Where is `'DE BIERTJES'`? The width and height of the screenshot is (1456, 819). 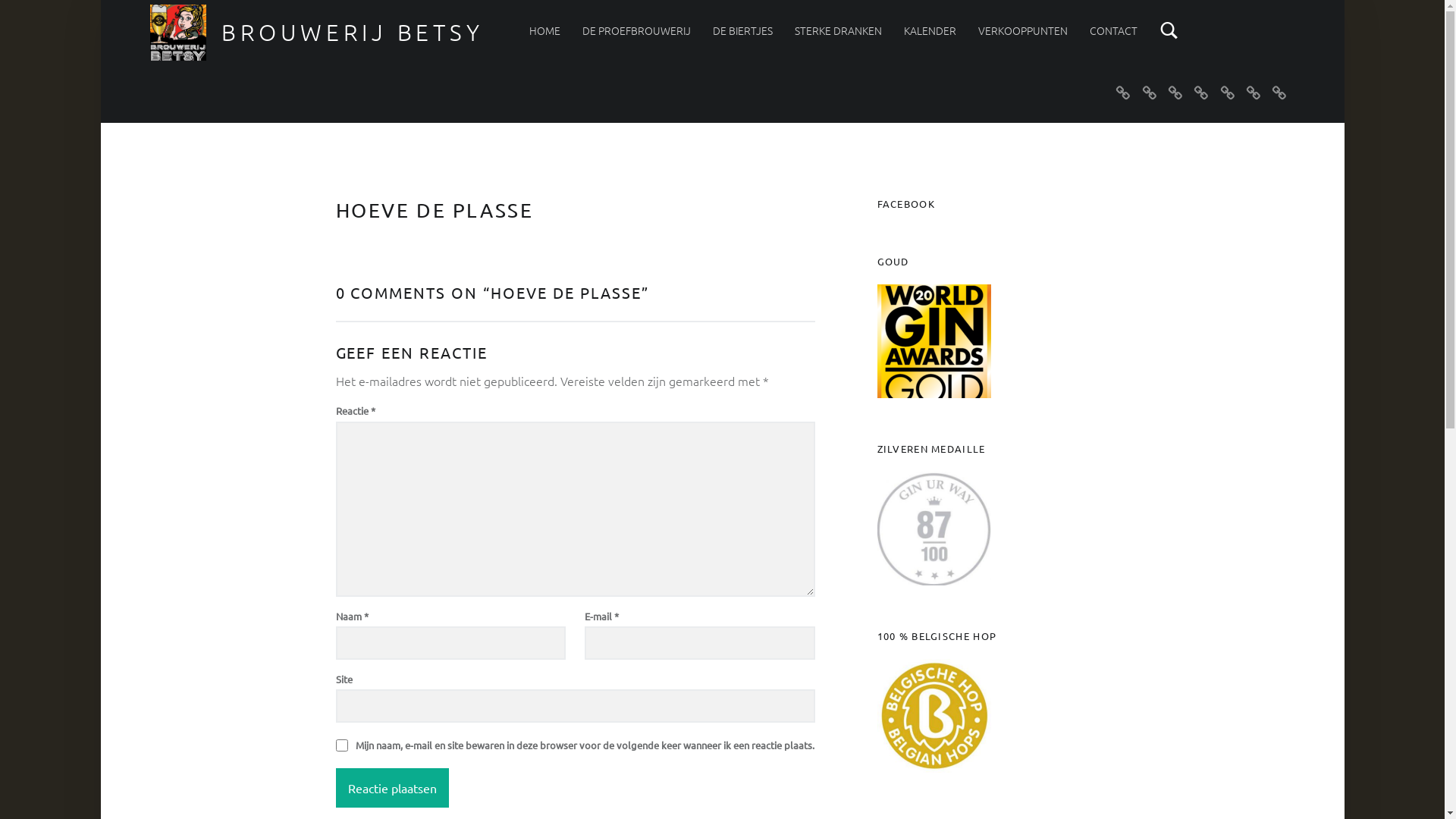 'DE BIERTJES' is located at coordinates (712, 30).